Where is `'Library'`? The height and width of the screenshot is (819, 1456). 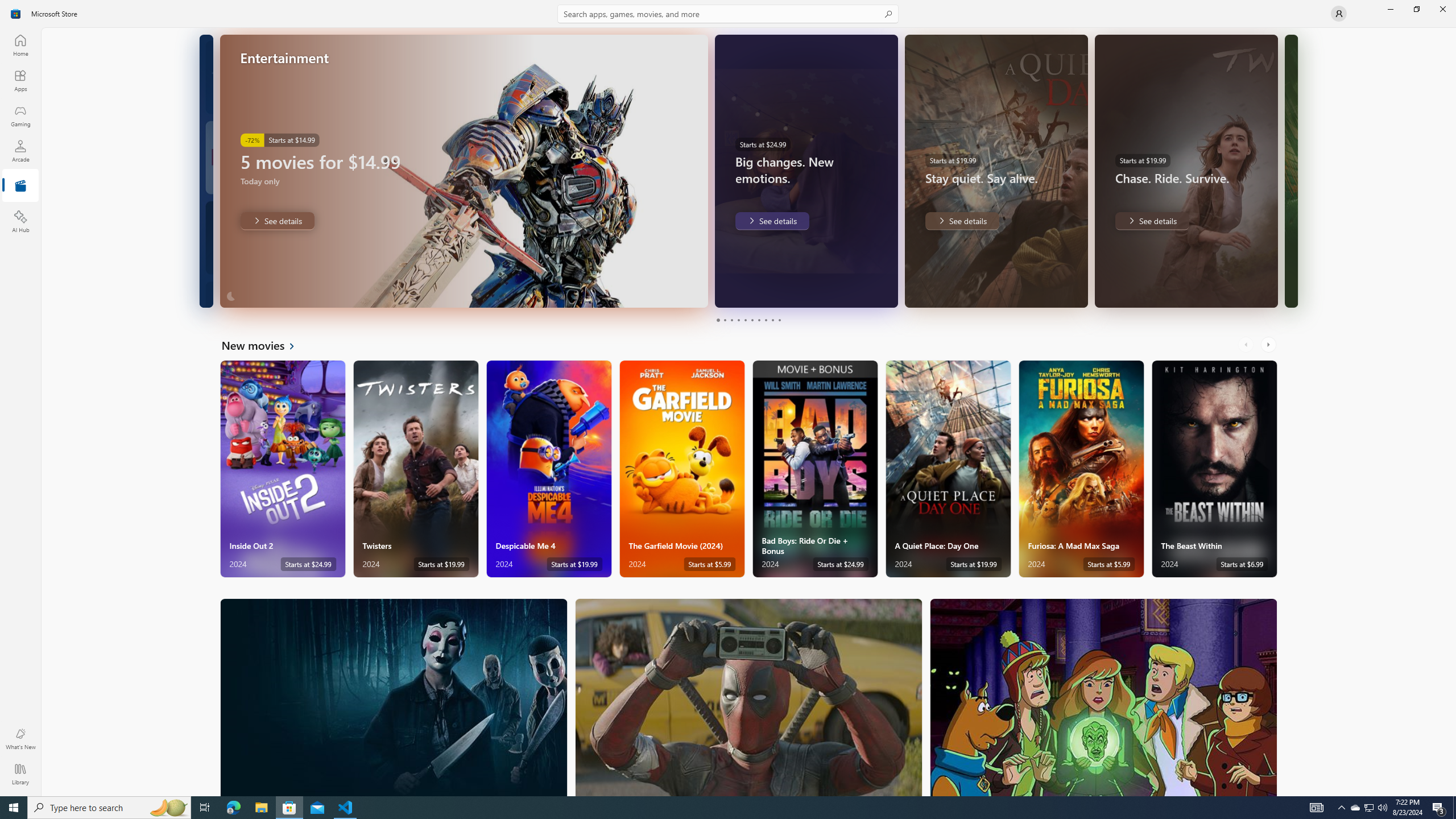
'Library' is located at coordinates (19, 773).